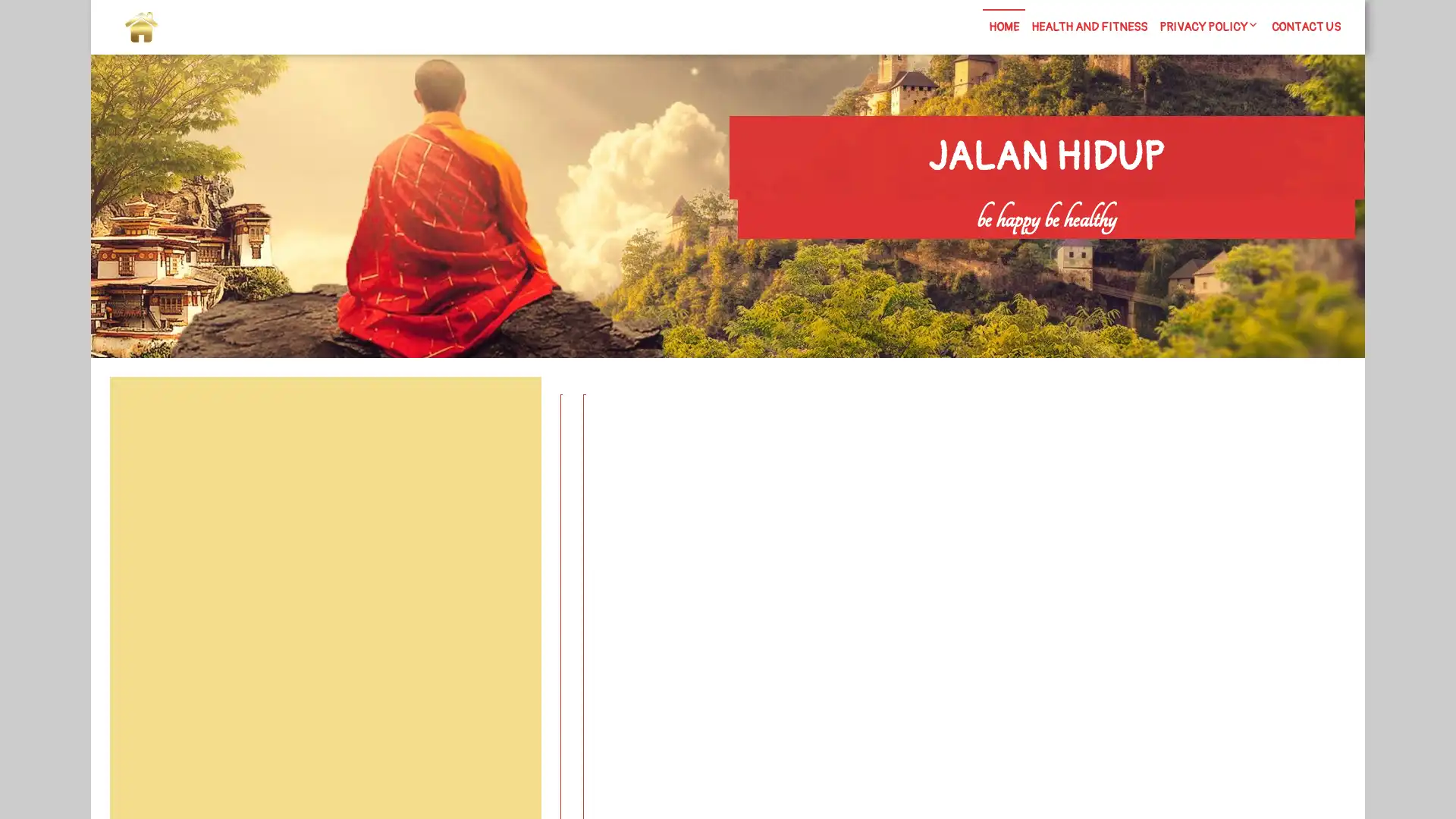 The image size is (1456, 819). I want to click on Search, so click(506, 413).